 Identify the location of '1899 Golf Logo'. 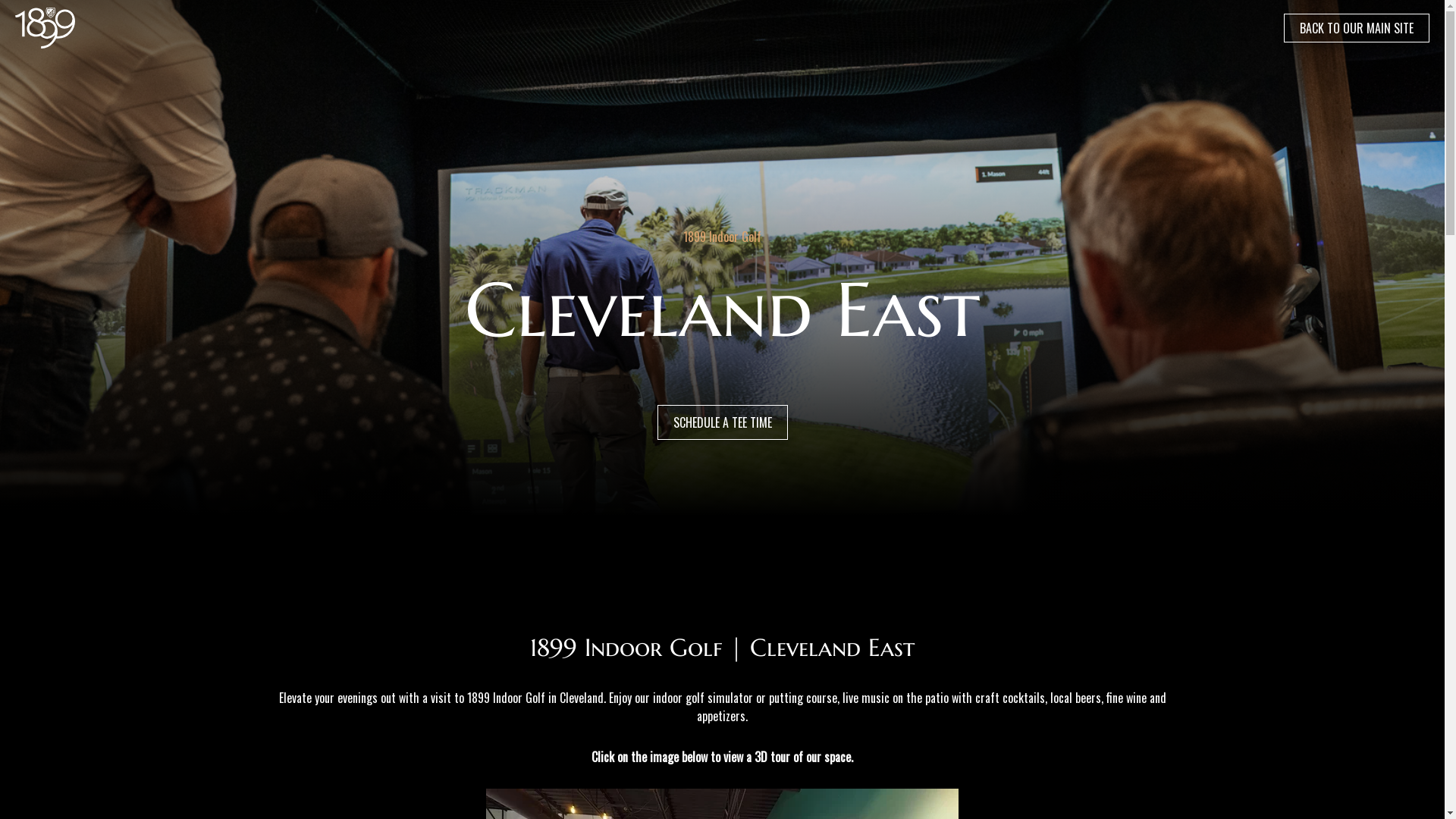
(45, 28).